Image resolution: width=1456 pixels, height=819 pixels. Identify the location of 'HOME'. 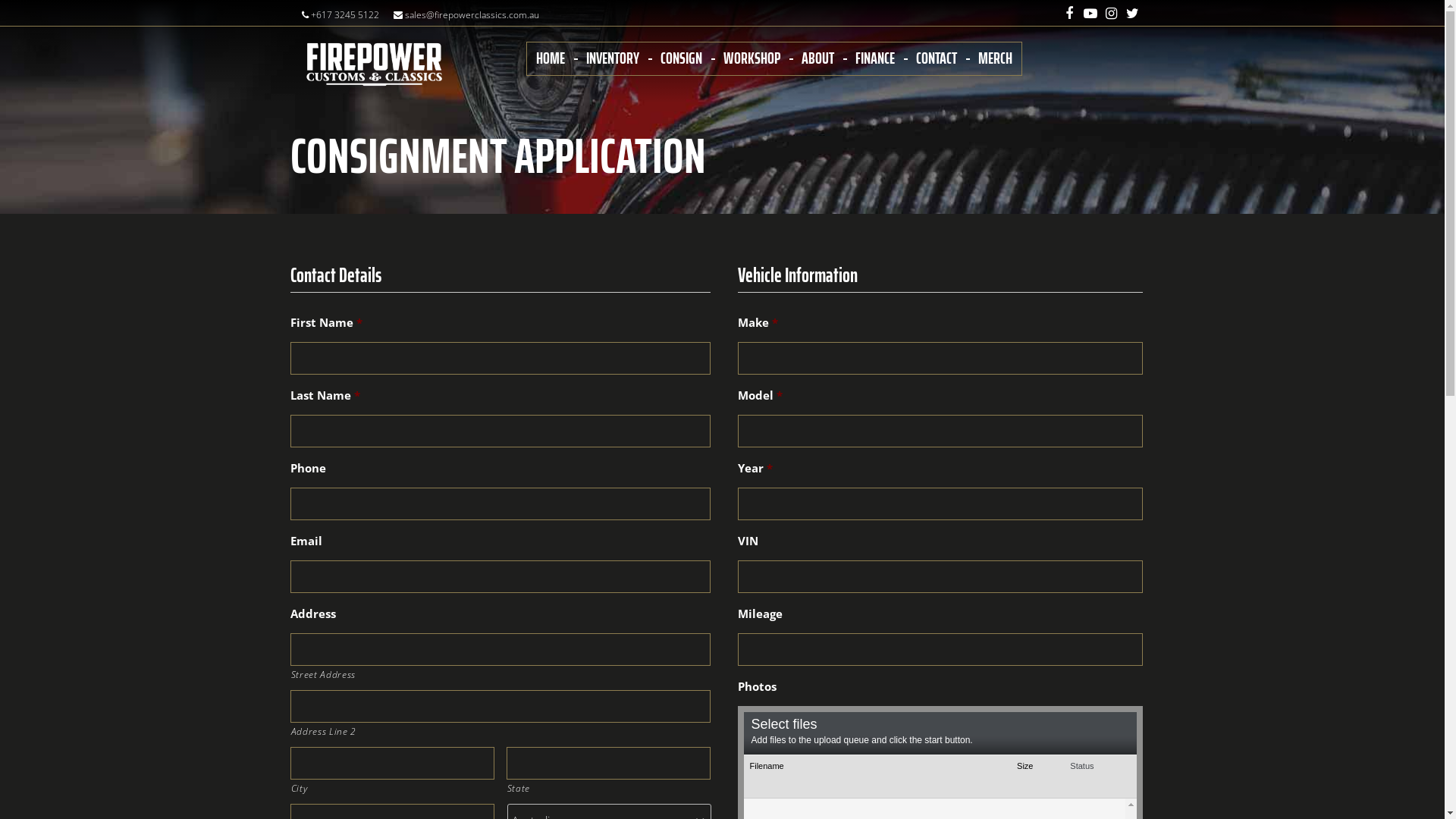
(548, 57).